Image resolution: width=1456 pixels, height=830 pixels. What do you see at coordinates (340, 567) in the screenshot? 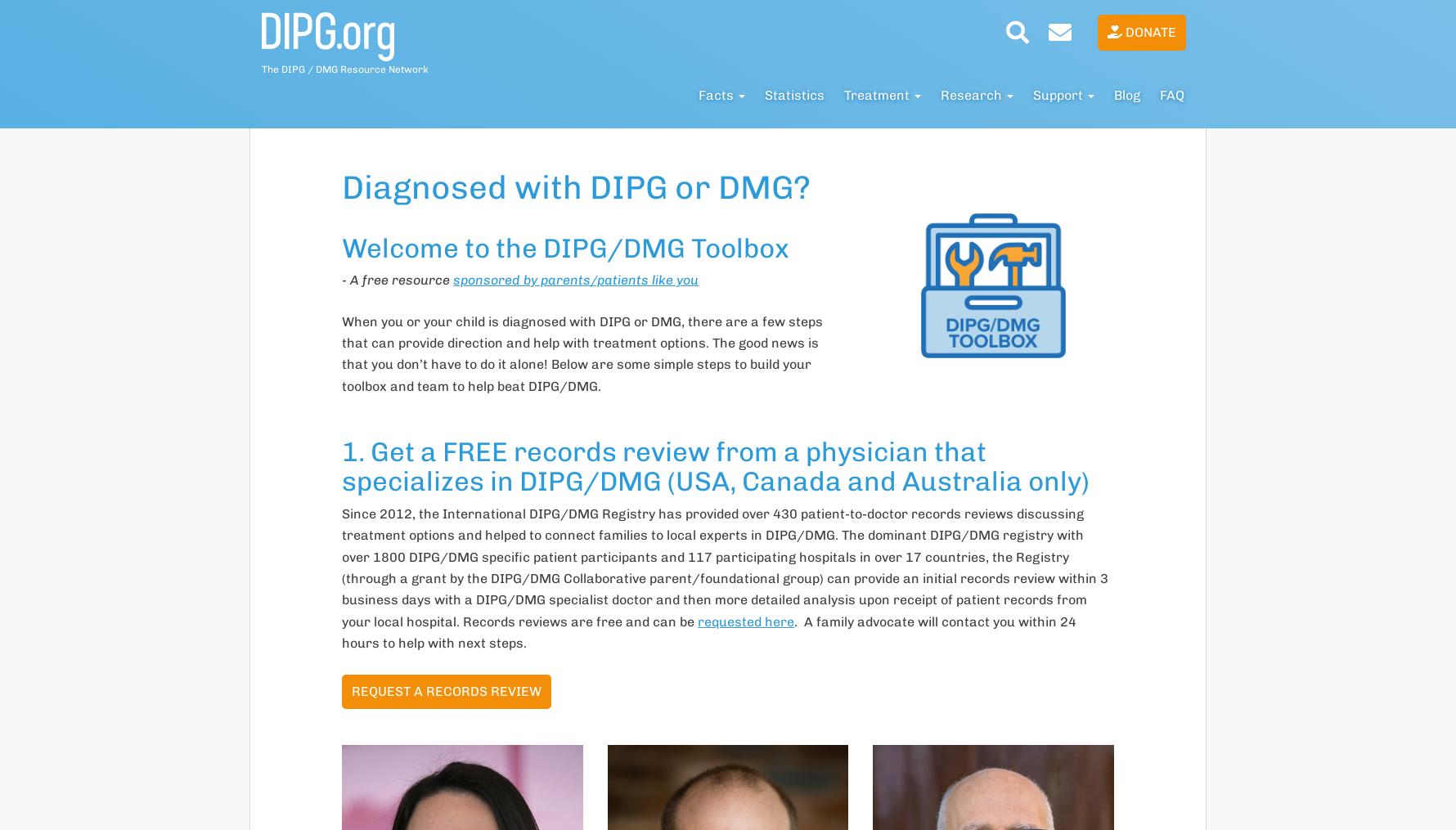
I see `'Since 2012, the International DIPG/DMG Registry has provided over 430 patient-to-doctor records reviews discussing treatment options and helped to connect families to local experts in DIPG/DMG. The dominant DIPG/DMG registry with over 1800 DIPG/DMG specific patient participants and 117 participating hospitals in over 17 countries, the Registry (through a grant by the DIPG/DMG Collaborative parent/foundational group) can provide an initial records review within 3 business days with a DIPG/DMG specialist doctor and then more detailed analysis upon receipt of patient records from your local hospital. Records reviews are free and can be'` at bounding box center [340, 567].